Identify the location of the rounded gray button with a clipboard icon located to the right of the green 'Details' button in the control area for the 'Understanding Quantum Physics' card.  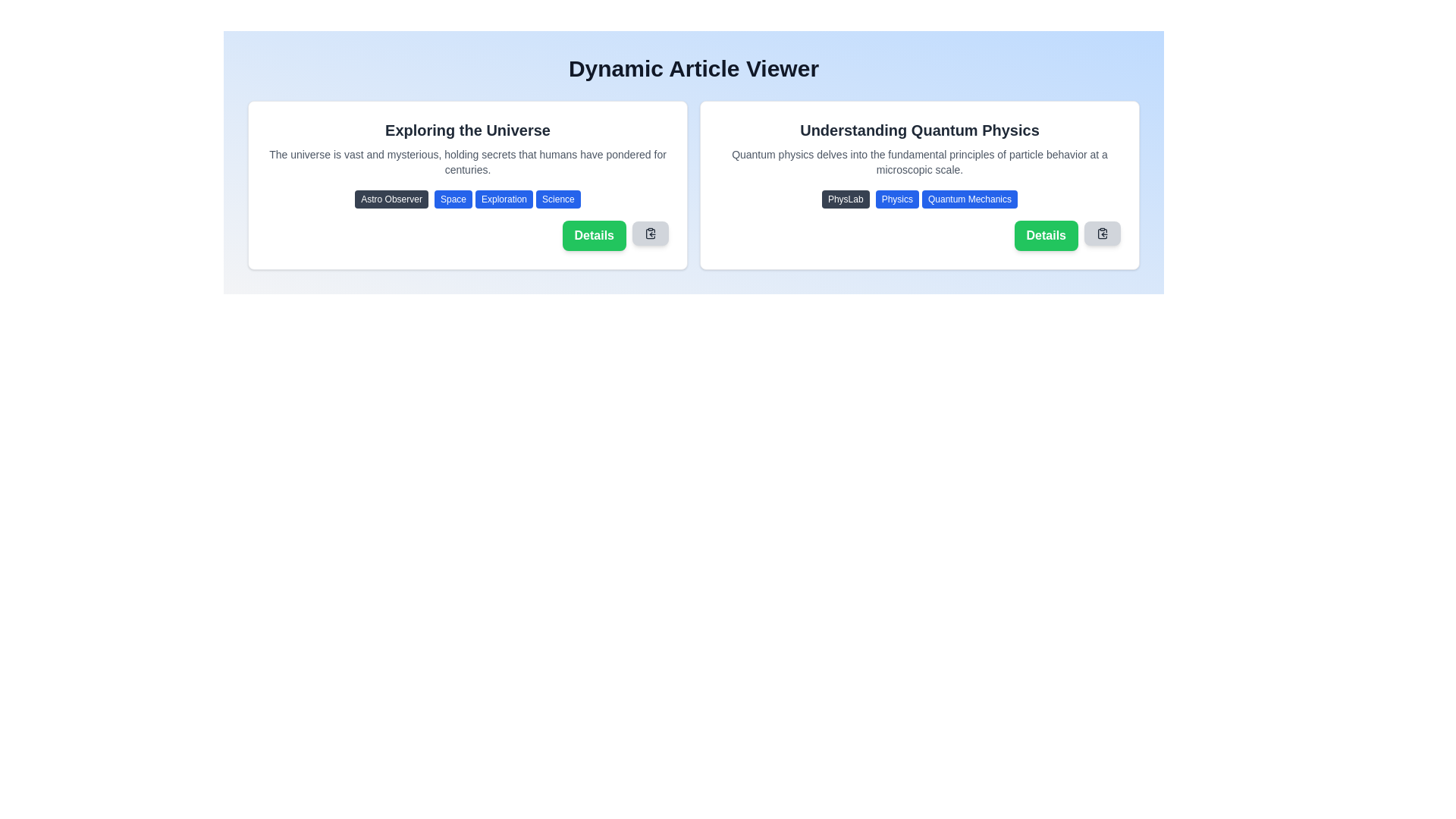
(651, 234).